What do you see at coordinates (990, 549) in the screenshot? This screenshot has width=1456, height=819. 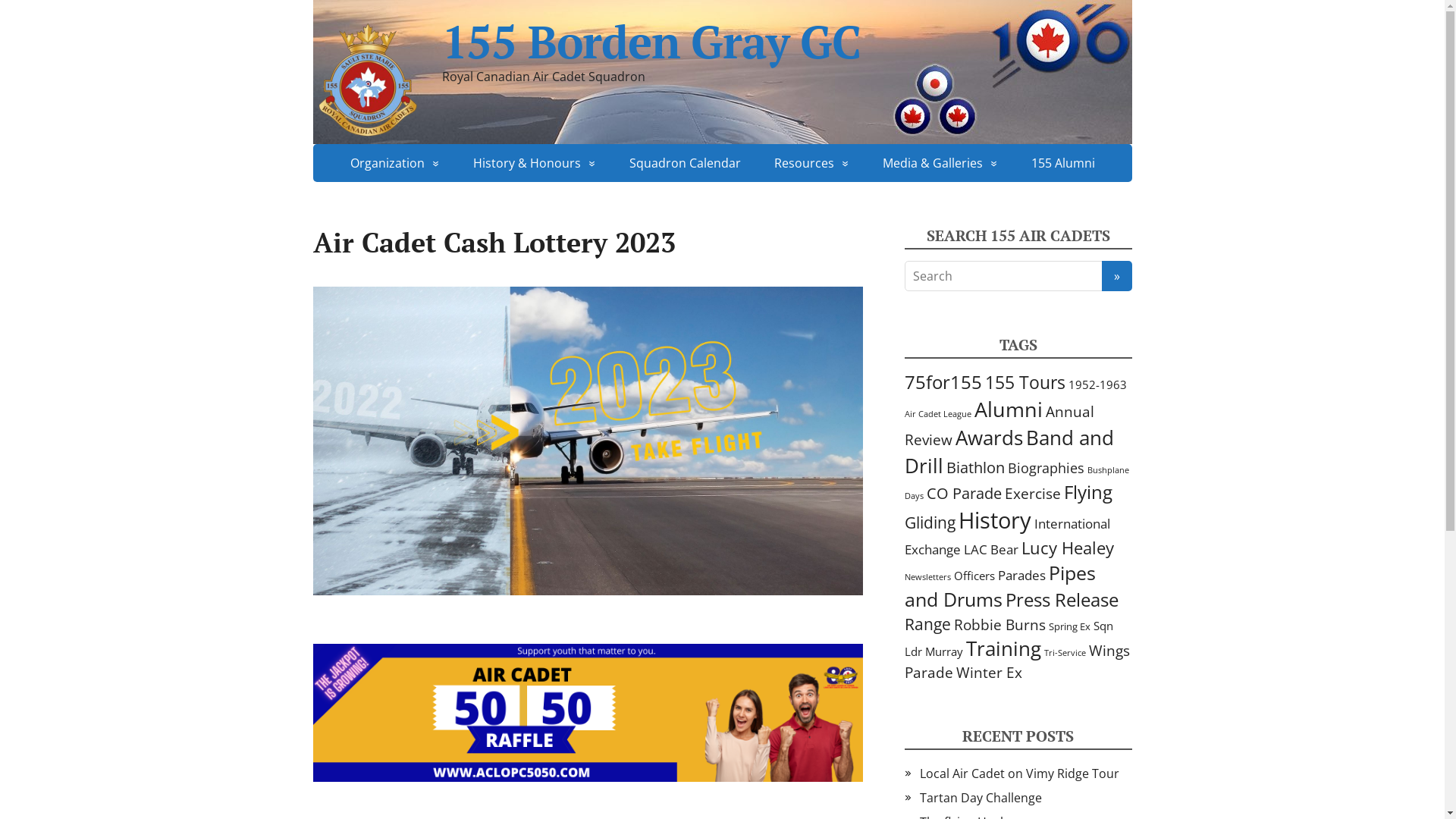 I see `'LAC Bear'` at bounding box center [990, 549].